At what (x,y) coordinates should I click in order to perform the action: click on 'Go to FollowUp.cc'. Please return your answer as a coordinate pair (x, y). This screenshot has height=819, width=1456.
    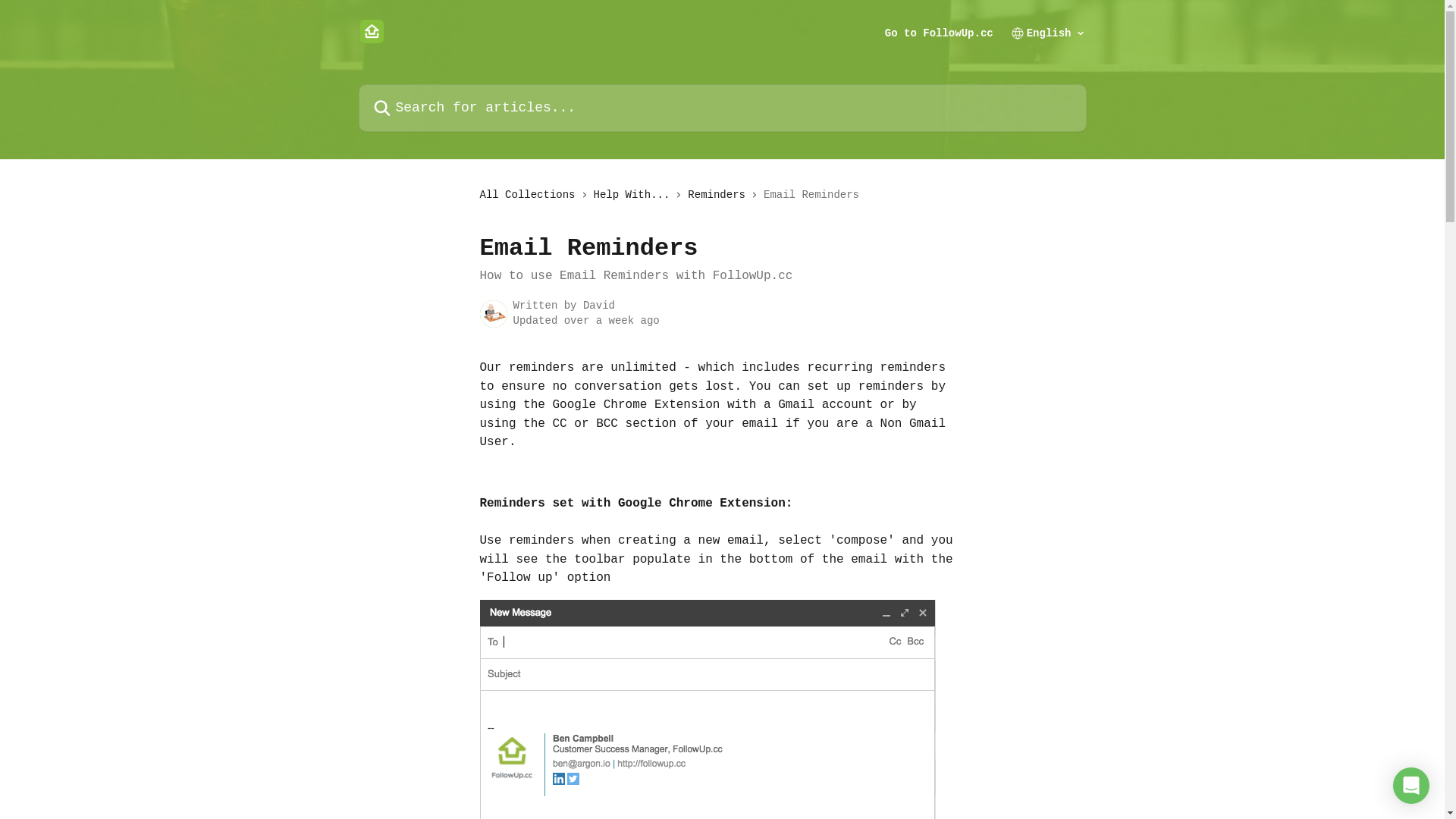
    Looking at the image, I should click on (938, 32).